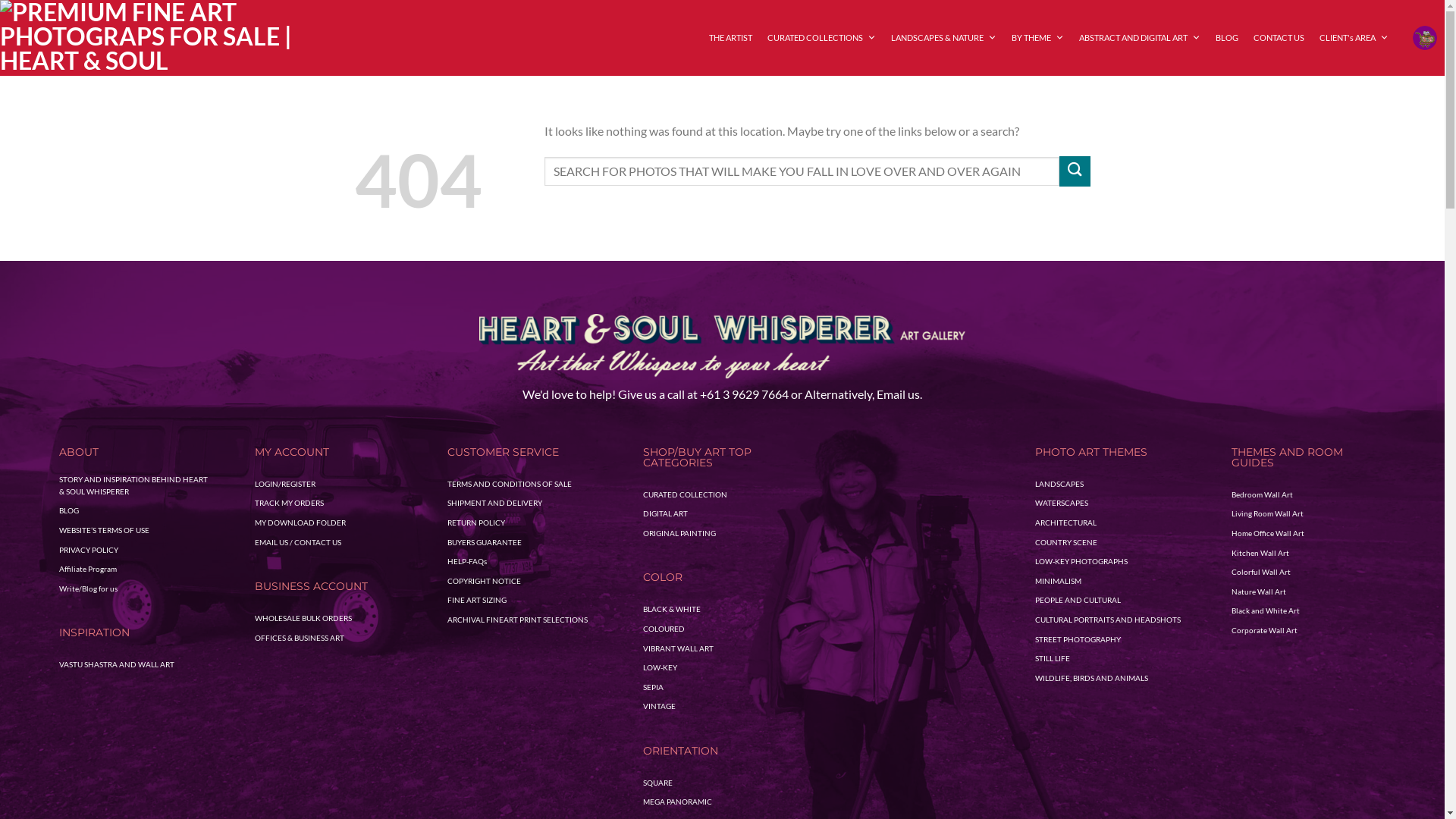  What do you see at coordinates (1080, 561) in the screenshot?
I see `'LOW-KEY PHOTOGRAPHS'` at bounding box center [1080, 561].